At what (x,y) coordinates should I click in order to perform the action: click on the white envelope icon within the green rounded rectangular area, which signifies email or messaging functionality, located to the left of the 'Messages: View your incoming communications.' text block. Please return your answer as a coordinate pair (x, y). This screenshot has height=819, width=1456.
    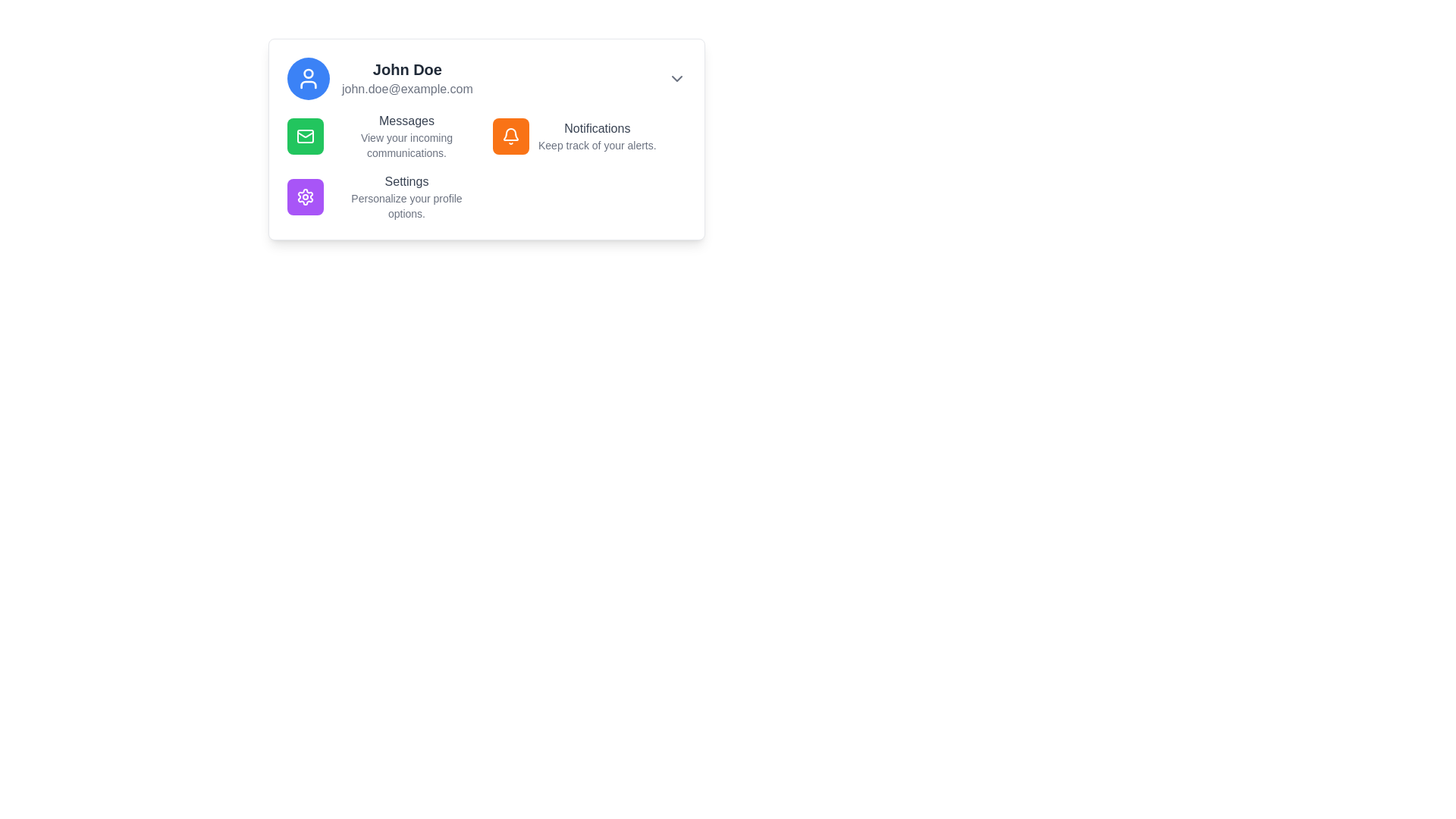
    Looking at the image, I should click on (305, 136).